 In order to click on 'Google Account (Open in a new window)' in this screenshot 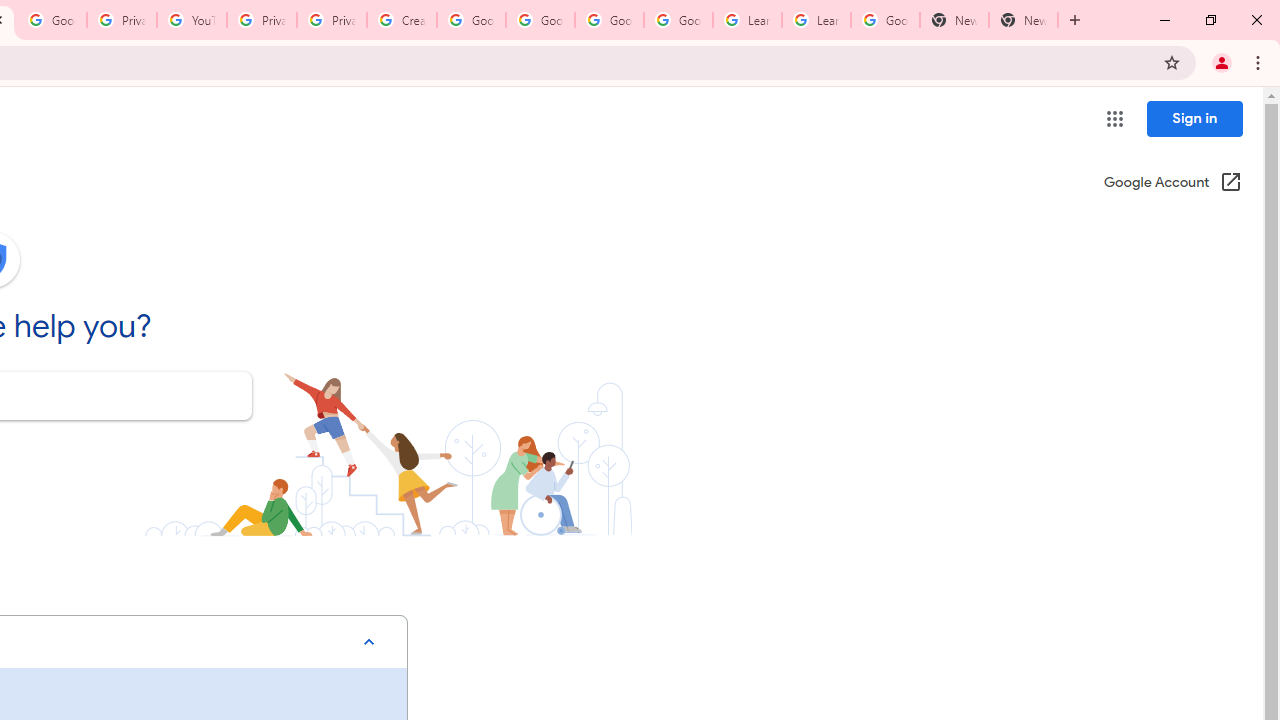, I will do `click(1173, 183)`.